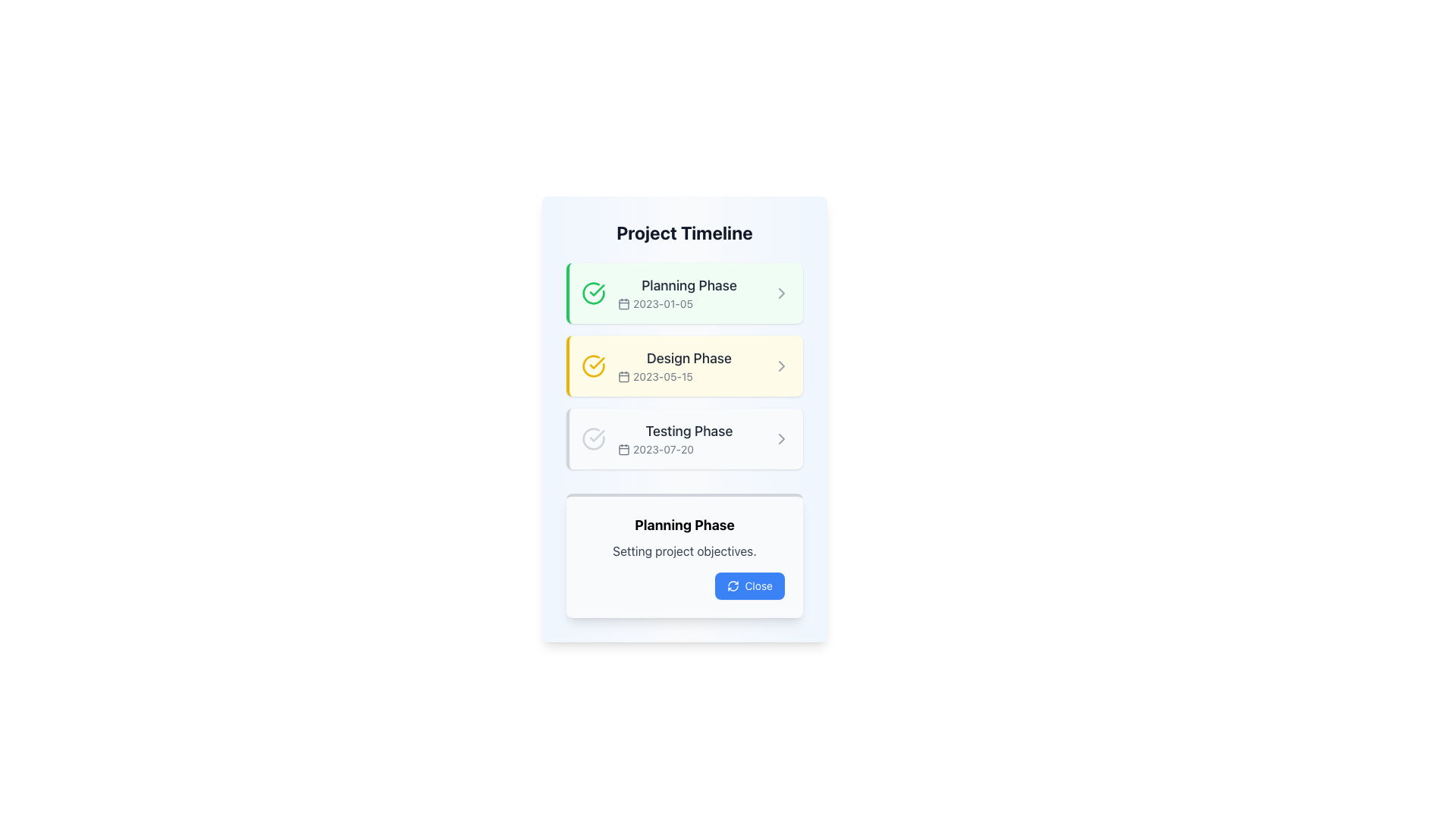  Describe the element at coordinates (782, 293) in the screenshot. I see `the rightward chevron icon in the 'Planning Phase' group` at that location.